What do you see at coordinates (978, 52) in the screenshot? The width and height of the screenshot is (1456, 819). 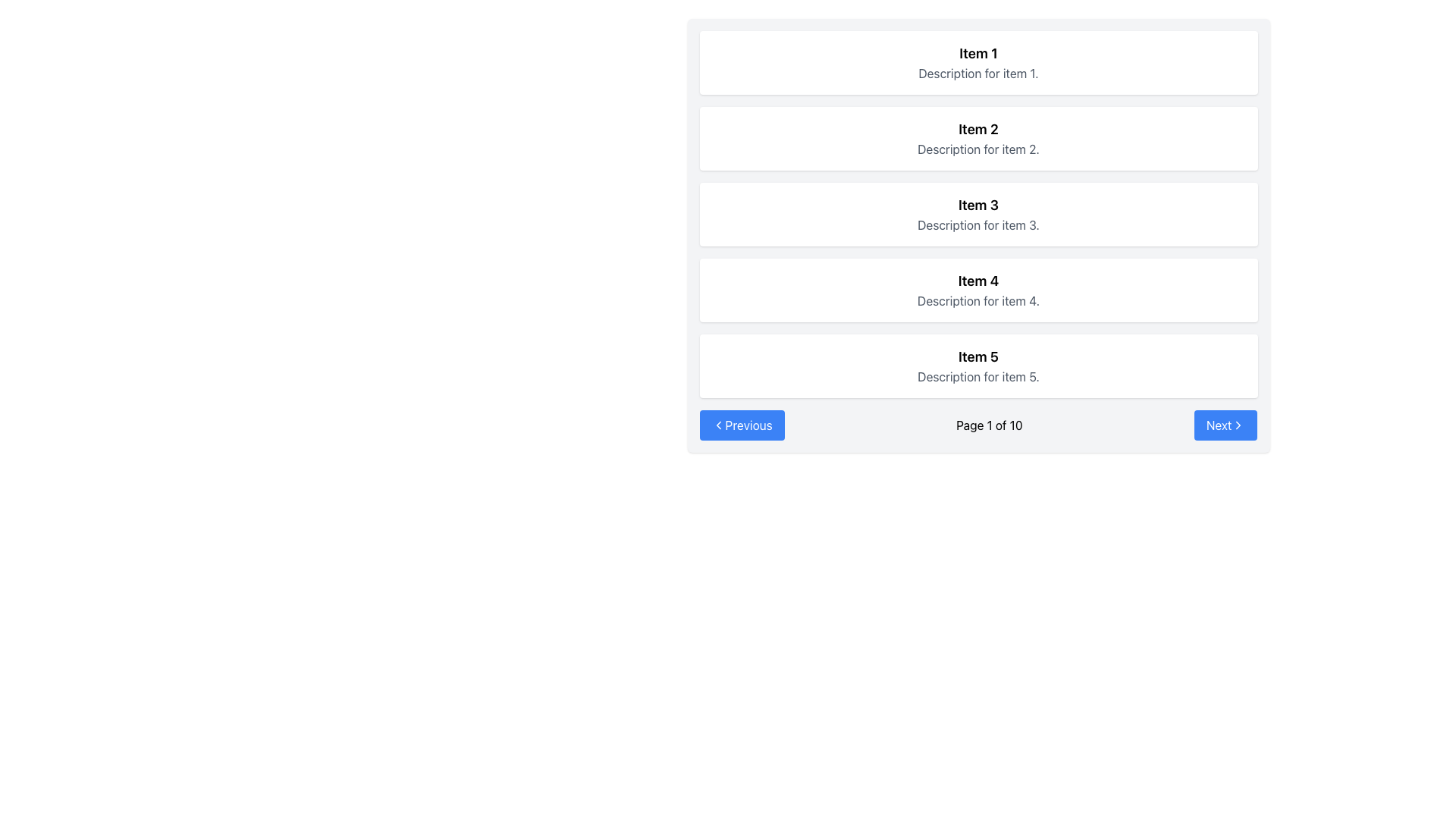 I see `label text of the text labeled 'Item 1', which is styled with a large font and bold weight, positioned at the top of the first list item` at bounding box center [978, 52].